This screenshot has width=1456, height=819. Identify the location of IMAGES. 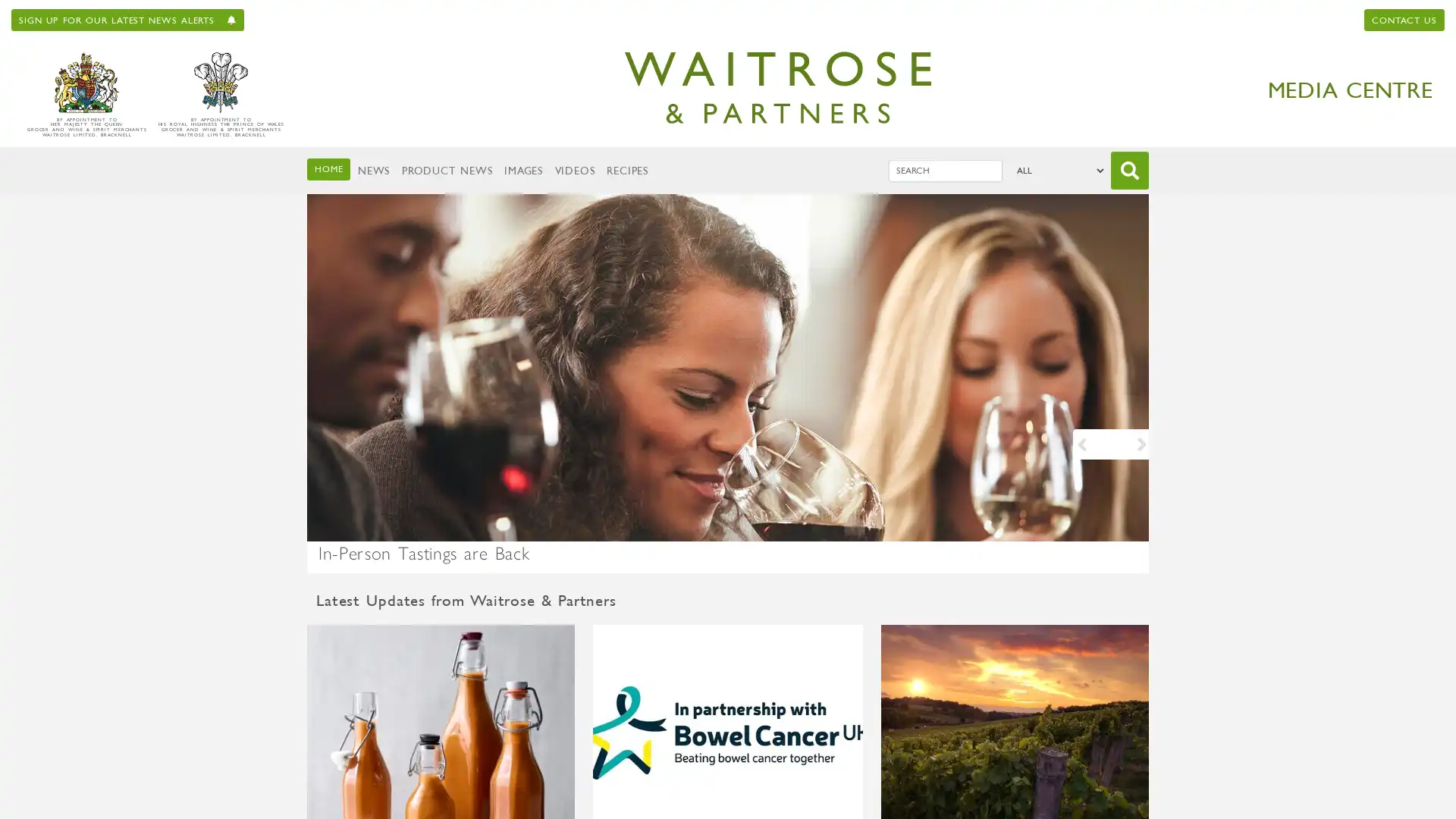
(523, 170).